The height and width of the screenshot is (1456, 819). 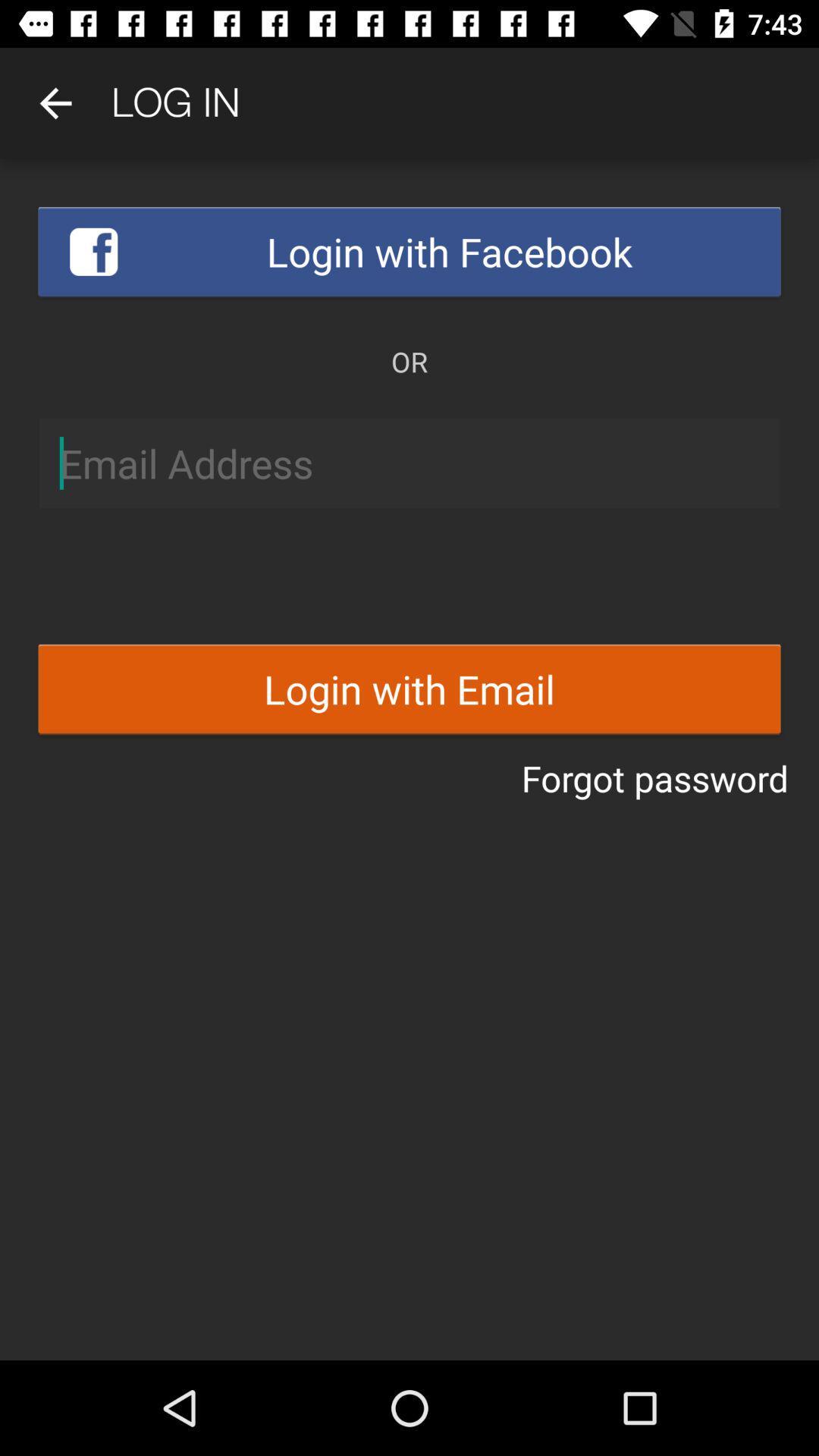 I want to click on the item on the right, so click(x=654, y=778).